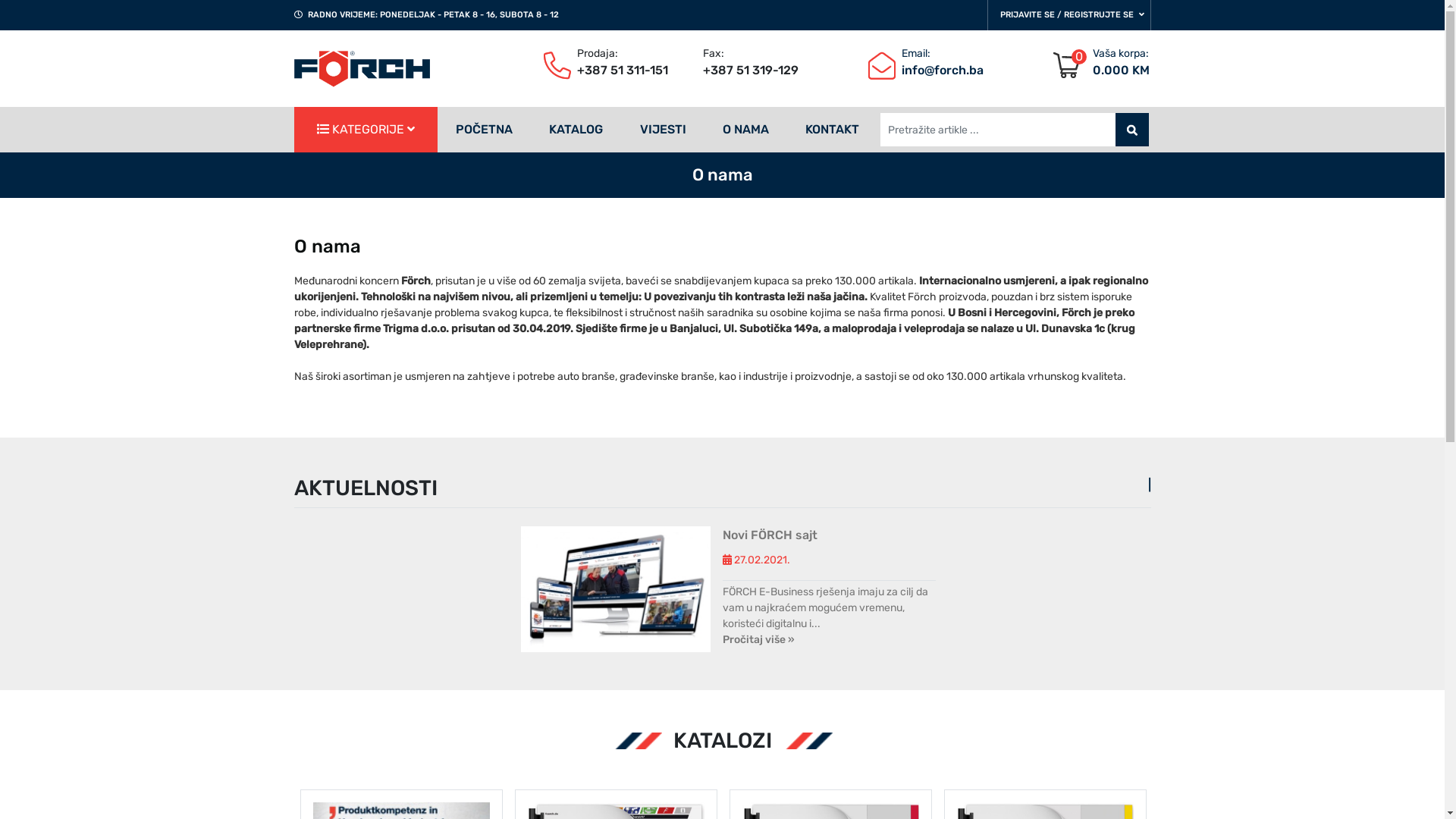 This screenshot has width=1456, height=819. I want to click on 'O NAMA', so click(745, 128).